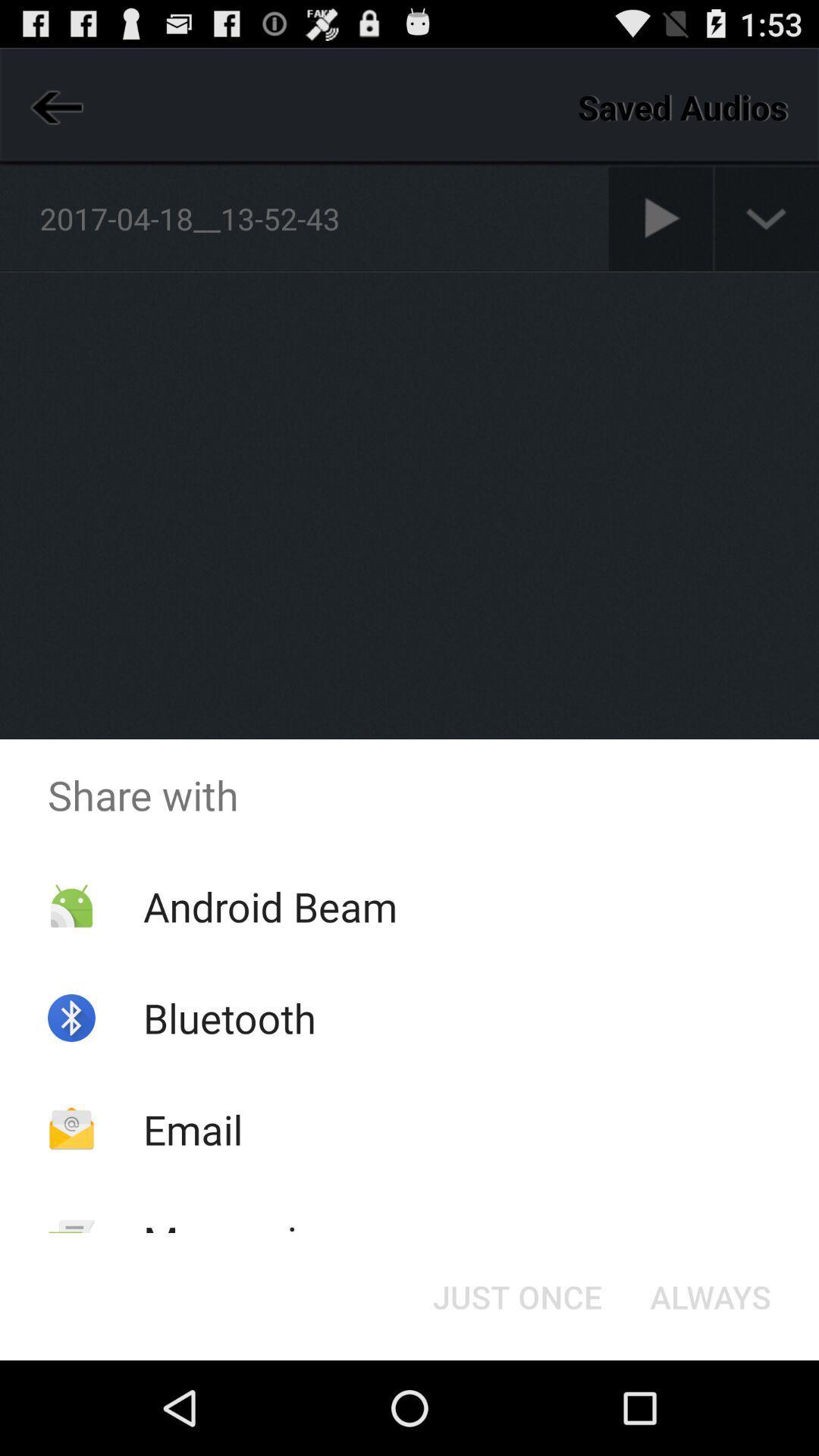 This screenshot has height=1456, width=819. Describe the element at coordinates (230, 1018) in the screenshot. I see `the bluetooth icon` at that location.